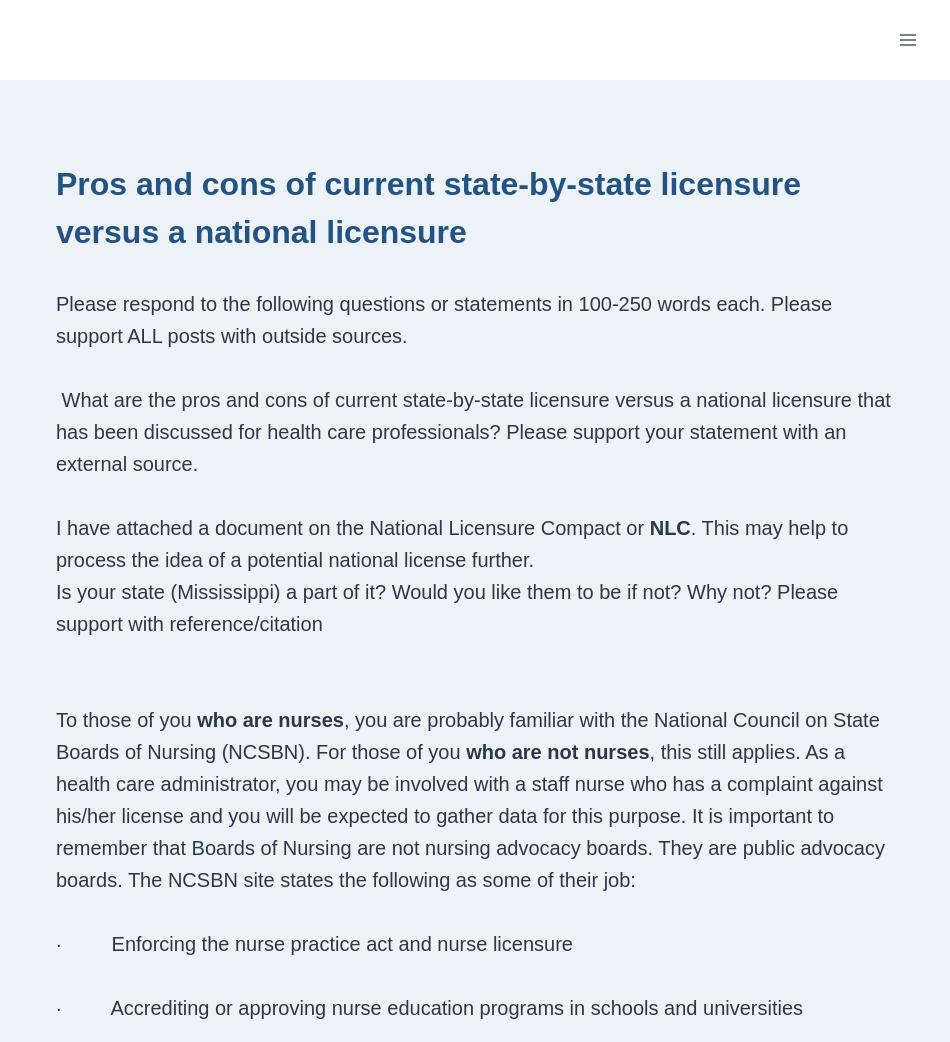 The width and height of the screenshot is (950, 1042). Describe the element at coordinates (443, 319) in the screenshot. I see `'Please respond to the following questions or statements in 100-250 words each. Please support ALL posts with outside sources.'` at that location.